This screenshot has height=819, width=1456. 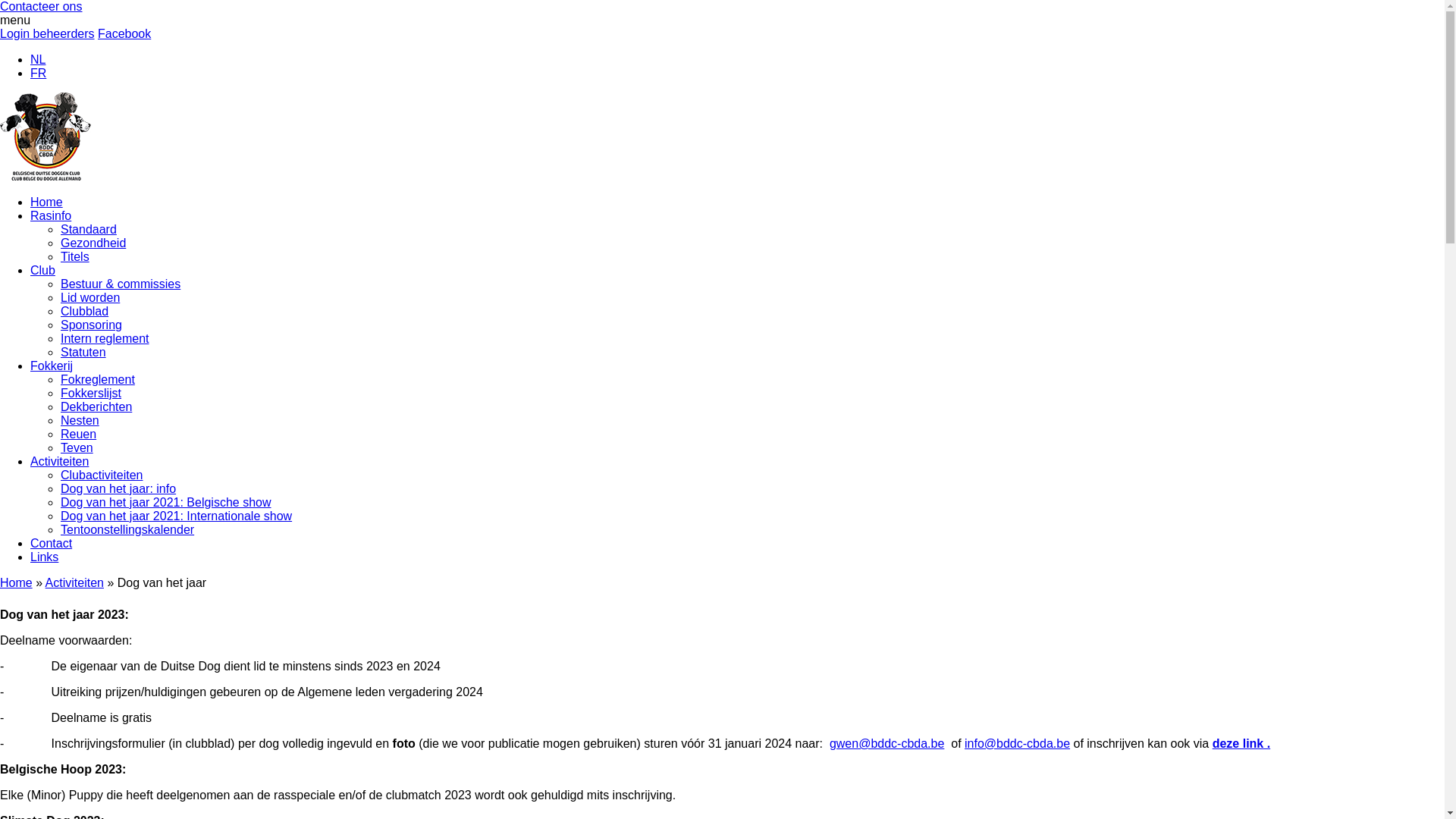 I want to click on 'Home', so click(x=16, y=582).